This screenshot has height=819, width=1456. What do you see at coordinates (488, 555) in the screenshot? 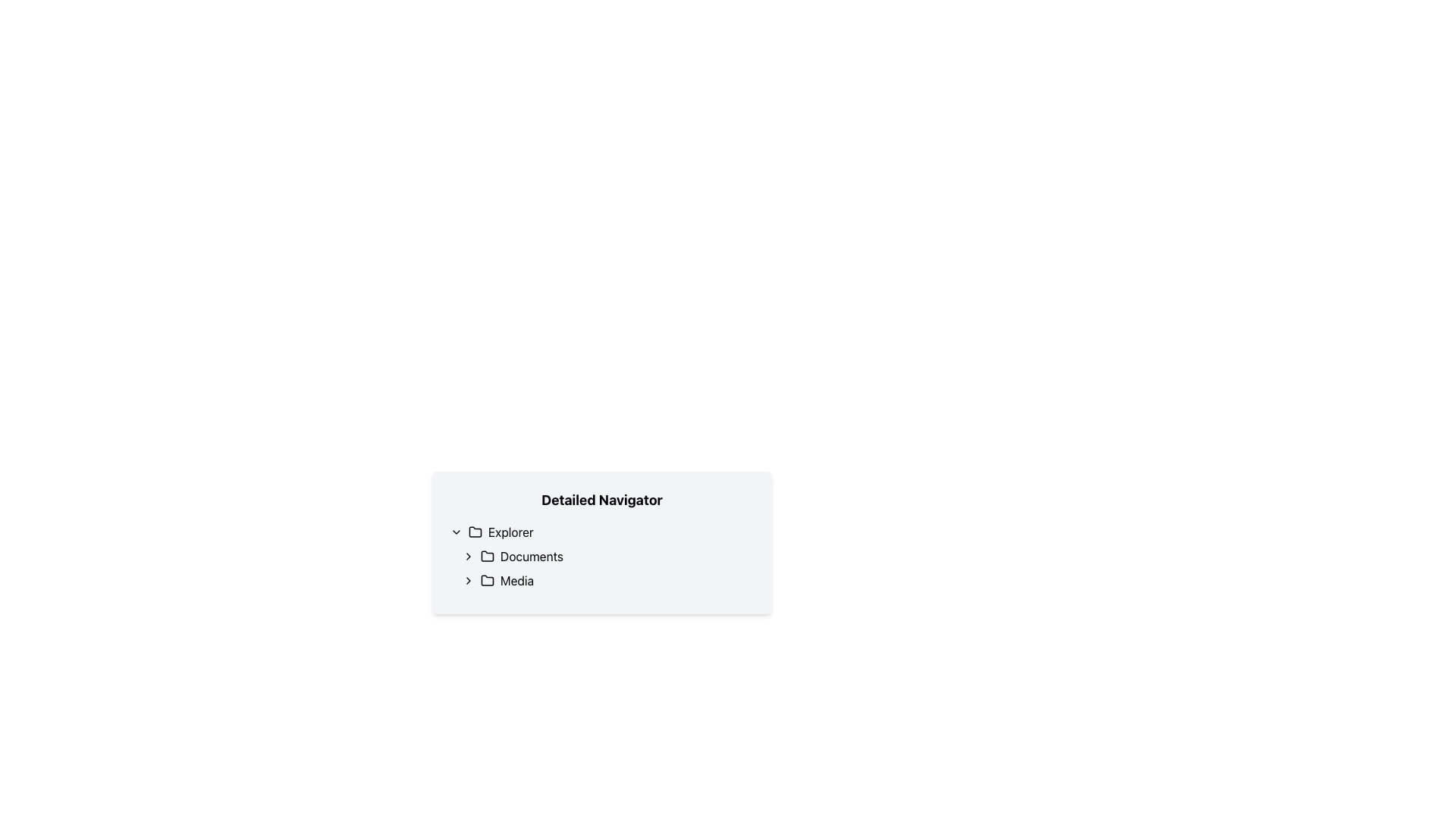
I see `the 'Documents' folder icon located in the 'Detailed Navigator' section under the 'Explorer' category, which is visually represented by a folder-like appearance` at bounding box center [488, 555].